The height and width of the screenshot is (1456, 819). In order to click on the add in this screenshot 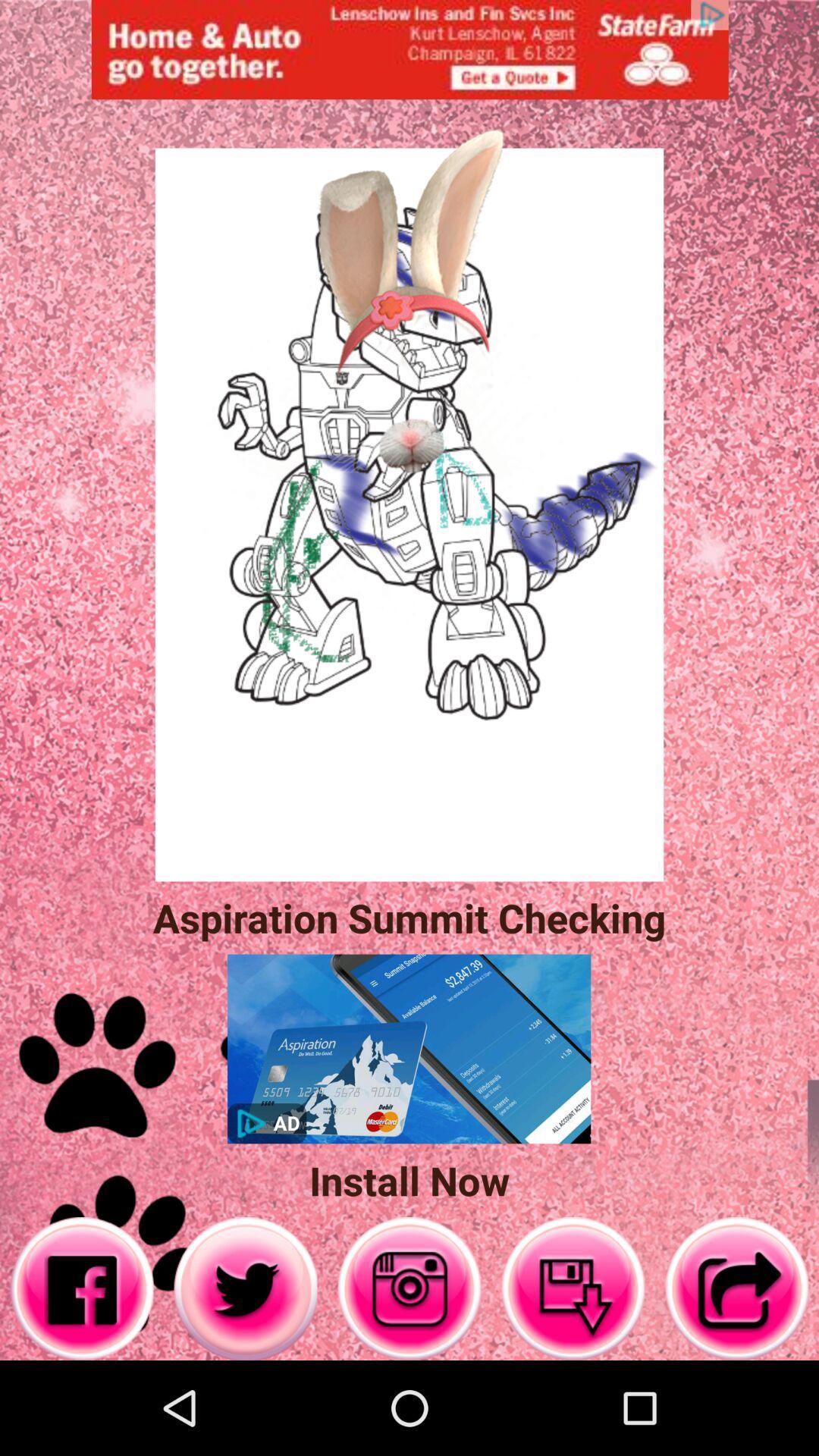, I will do `click(409, 49)`.